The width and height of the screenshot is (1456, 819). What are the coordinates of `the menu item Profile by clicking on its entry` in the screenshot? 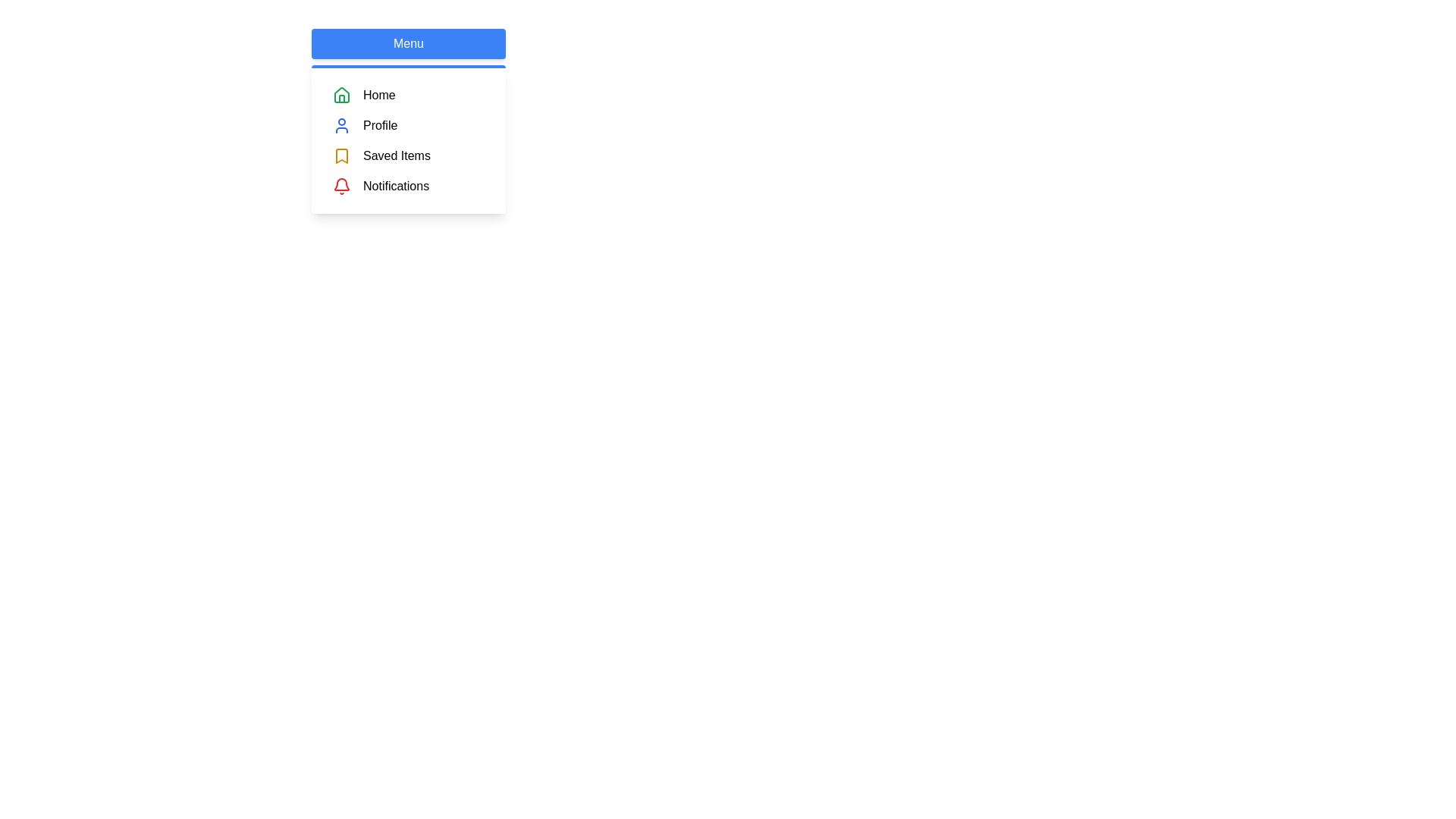 It's located at (408, 124).